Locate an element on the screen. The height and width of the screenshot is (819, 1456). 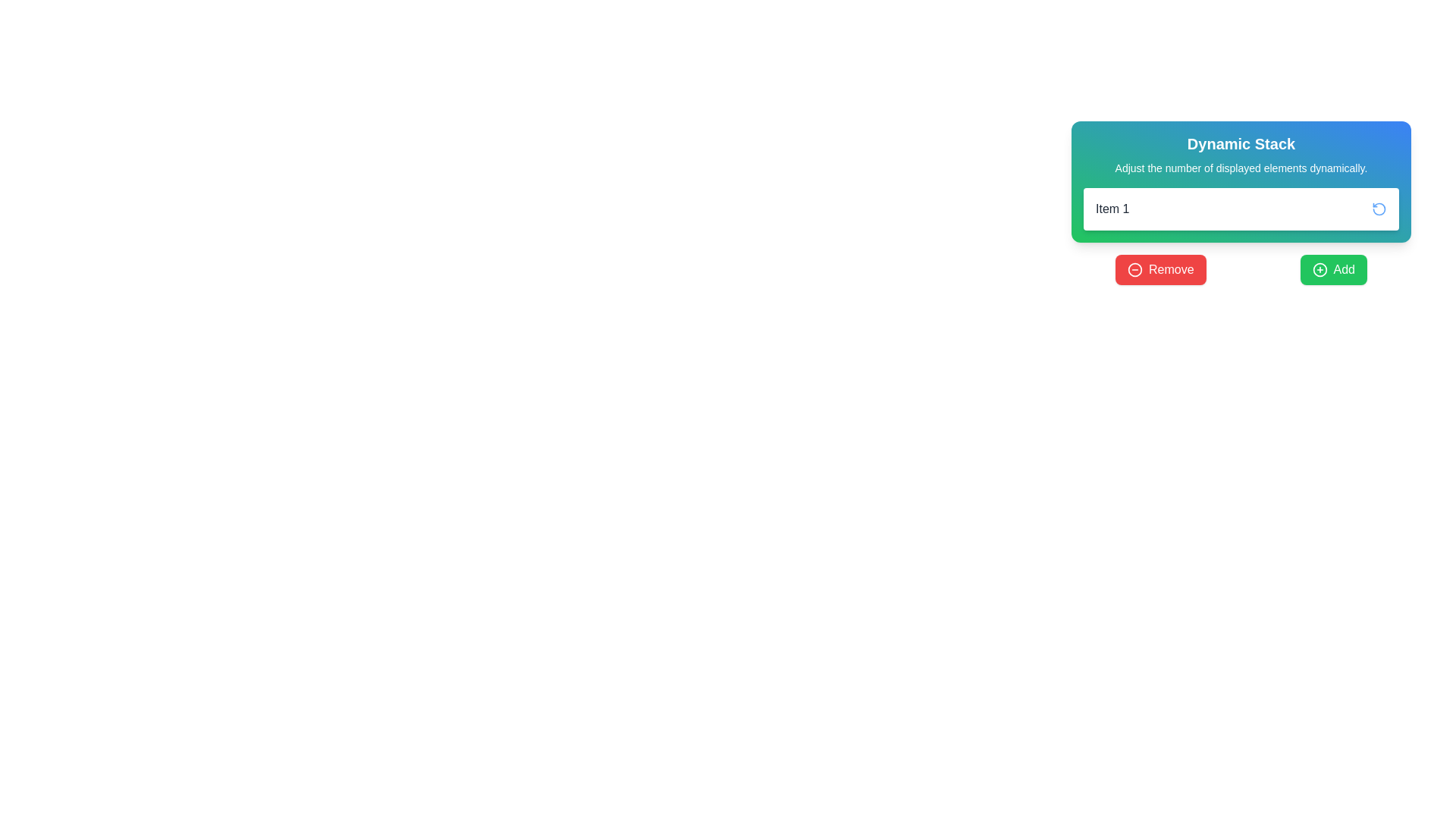
the delete button to the left of the 'Add' button is located at coordinates (1159, 268).